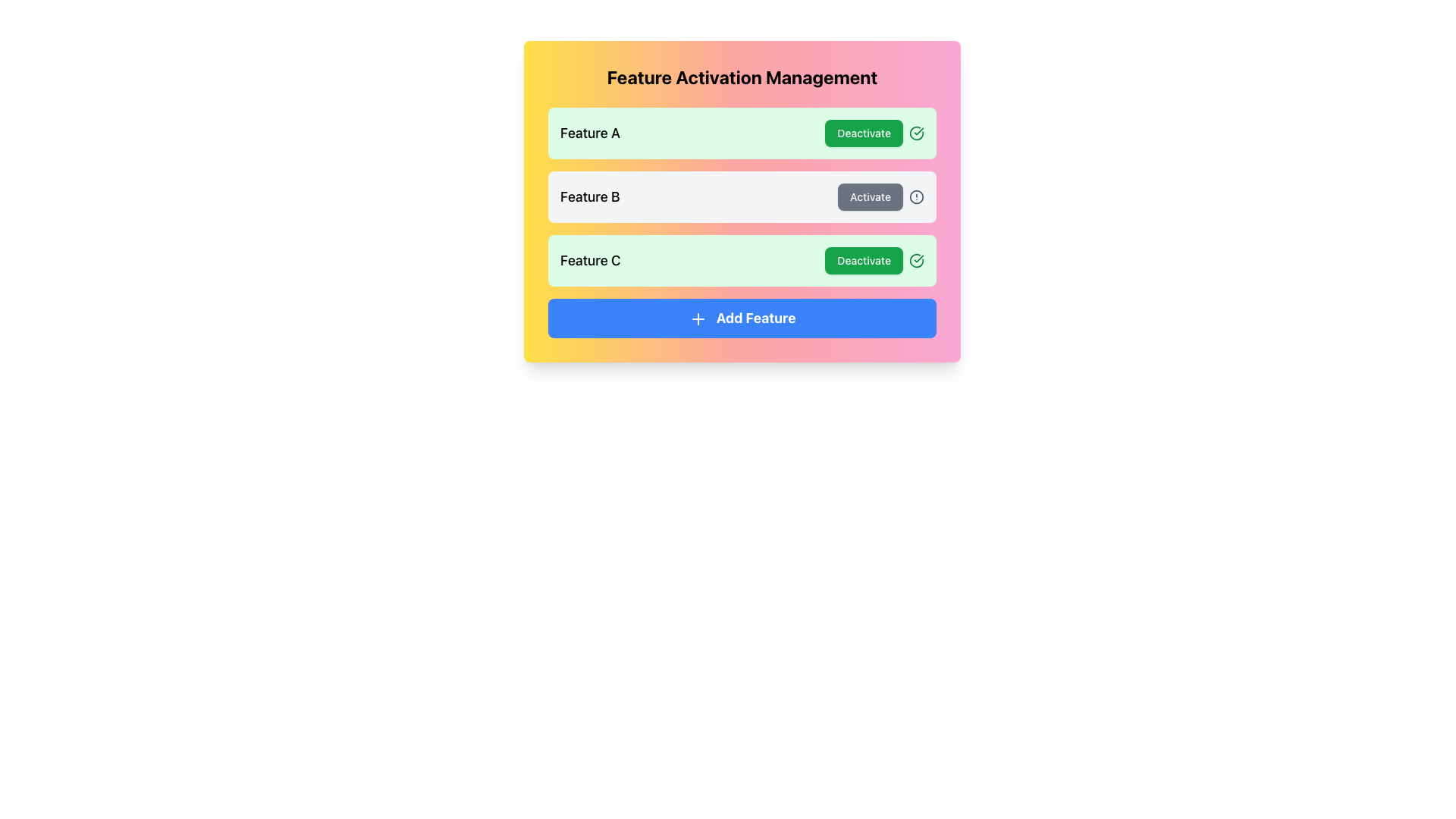 The height and width of the screenshot is (819, 1456). Describe the element at coordinates (916, 133) in the screenshot. I see `the Indicator icon with a green border and checkmark, located to the right of the 'Deactivate' button for 'Feature C'` at that location.